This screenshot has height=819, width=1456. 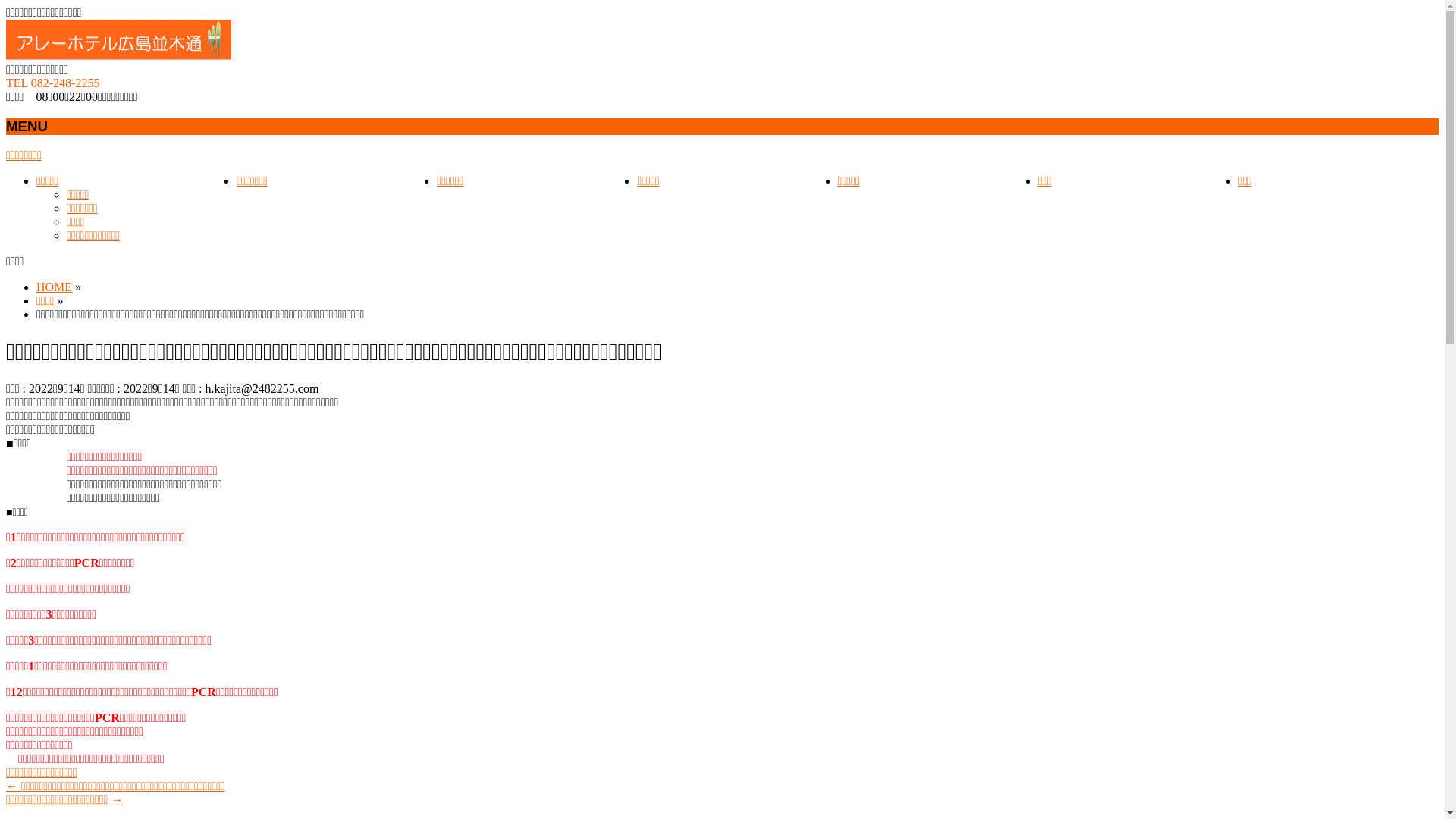 I want to click on 'HOME', so click(x=54, y=287).